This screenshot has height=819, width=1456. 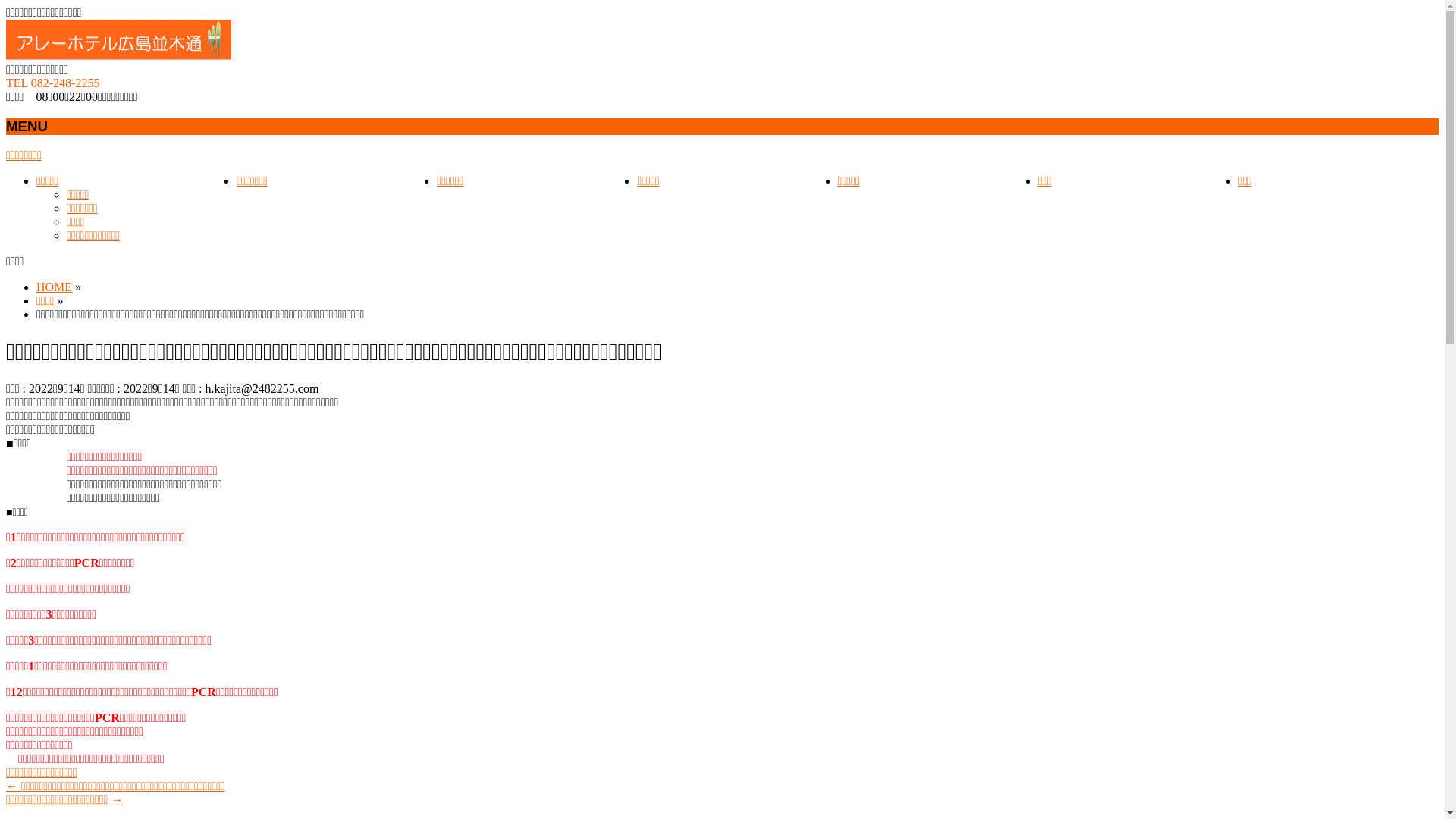 I want to click on 'HOME', so click(x=54, y=287).